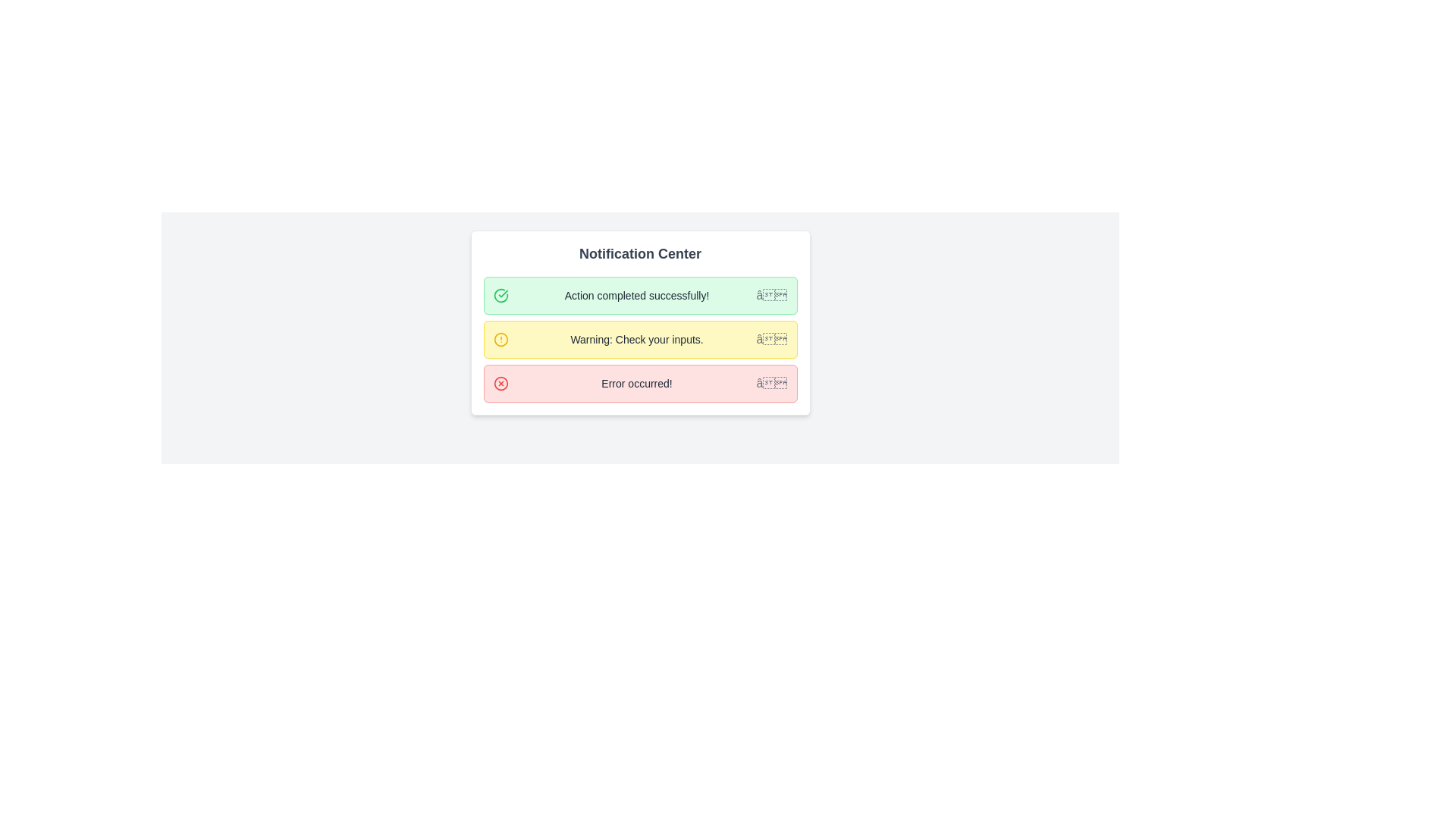 The image size is (1456, 819). Describe the element at coordinates (637, 338) in the screenshot. I see `text displayed in the text label that says 'Warning: Check your inputs.' which is styled in a small, gray font against a yellowish background` at that location.